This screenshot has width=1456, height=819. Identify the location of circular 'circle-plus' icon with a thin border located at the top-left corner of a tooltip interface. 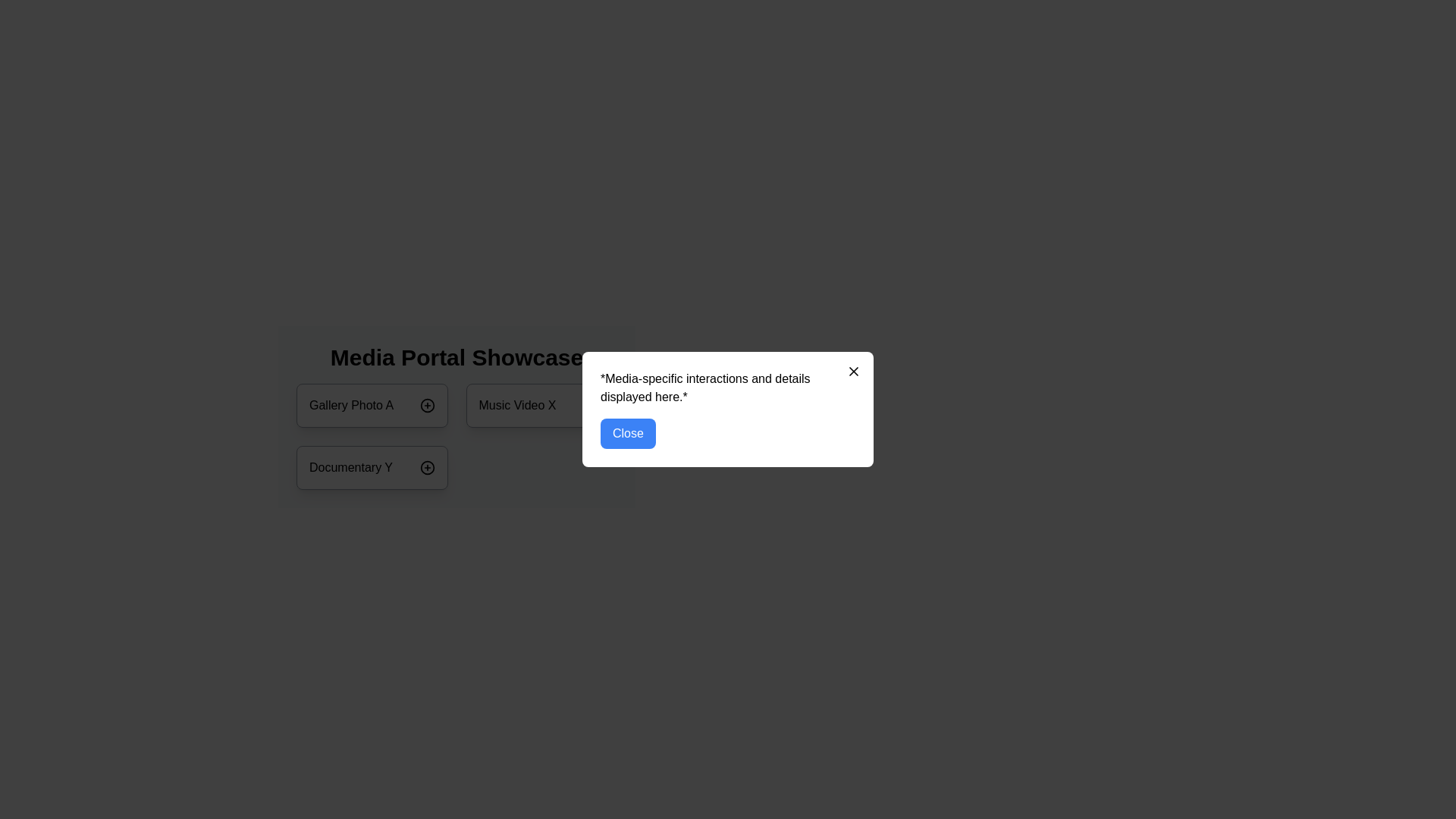
(596, 405).